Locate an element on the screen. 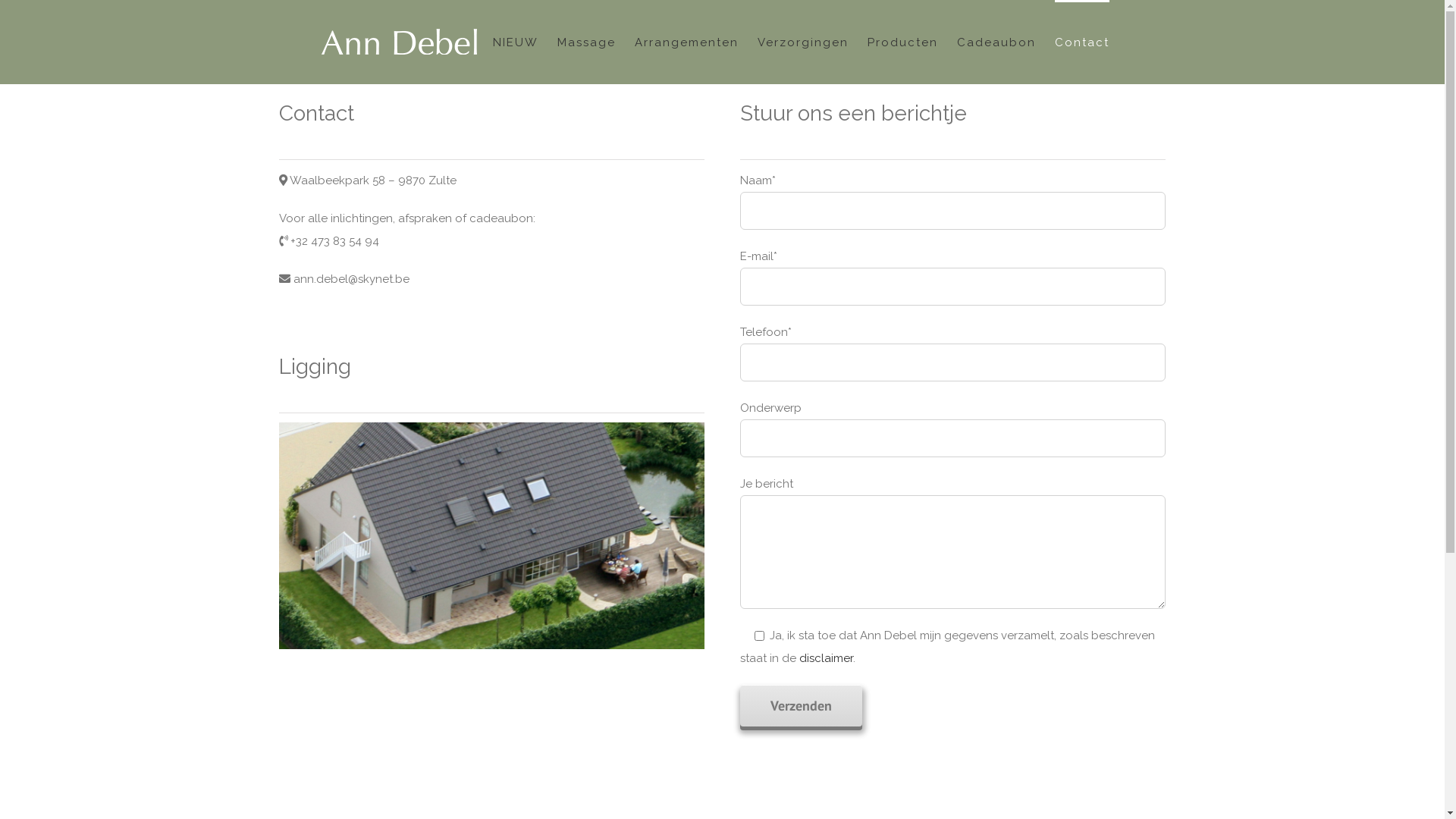 Image resolution: width=1456 pixels, height=819 pixels. 'Cadeaubon' is located at coordinates (996, 40).